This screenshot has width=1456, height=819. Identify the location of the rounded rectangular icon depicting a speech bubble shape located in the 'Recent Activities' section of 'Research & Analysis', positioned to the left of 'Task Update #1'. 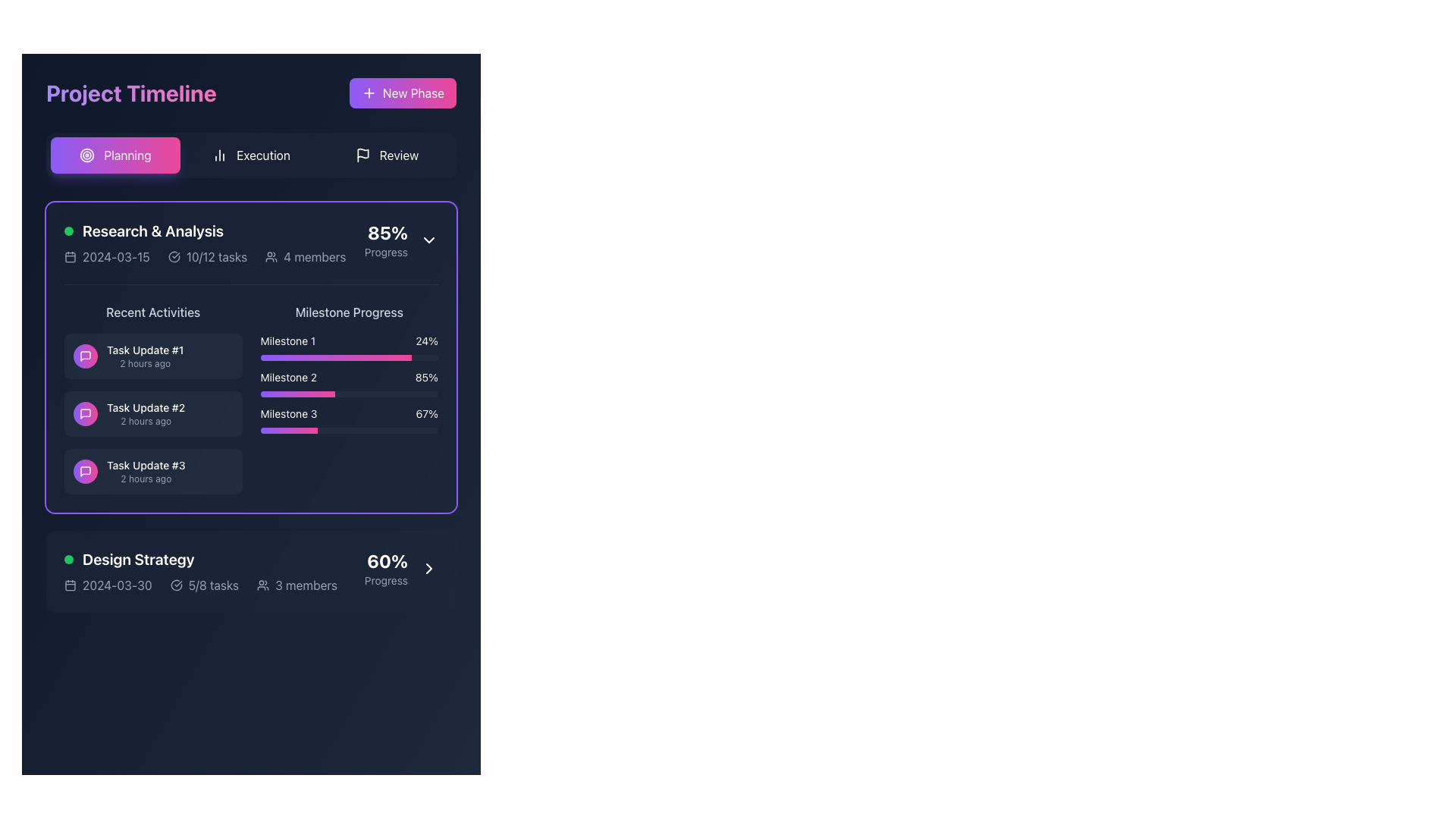
(85, 470).